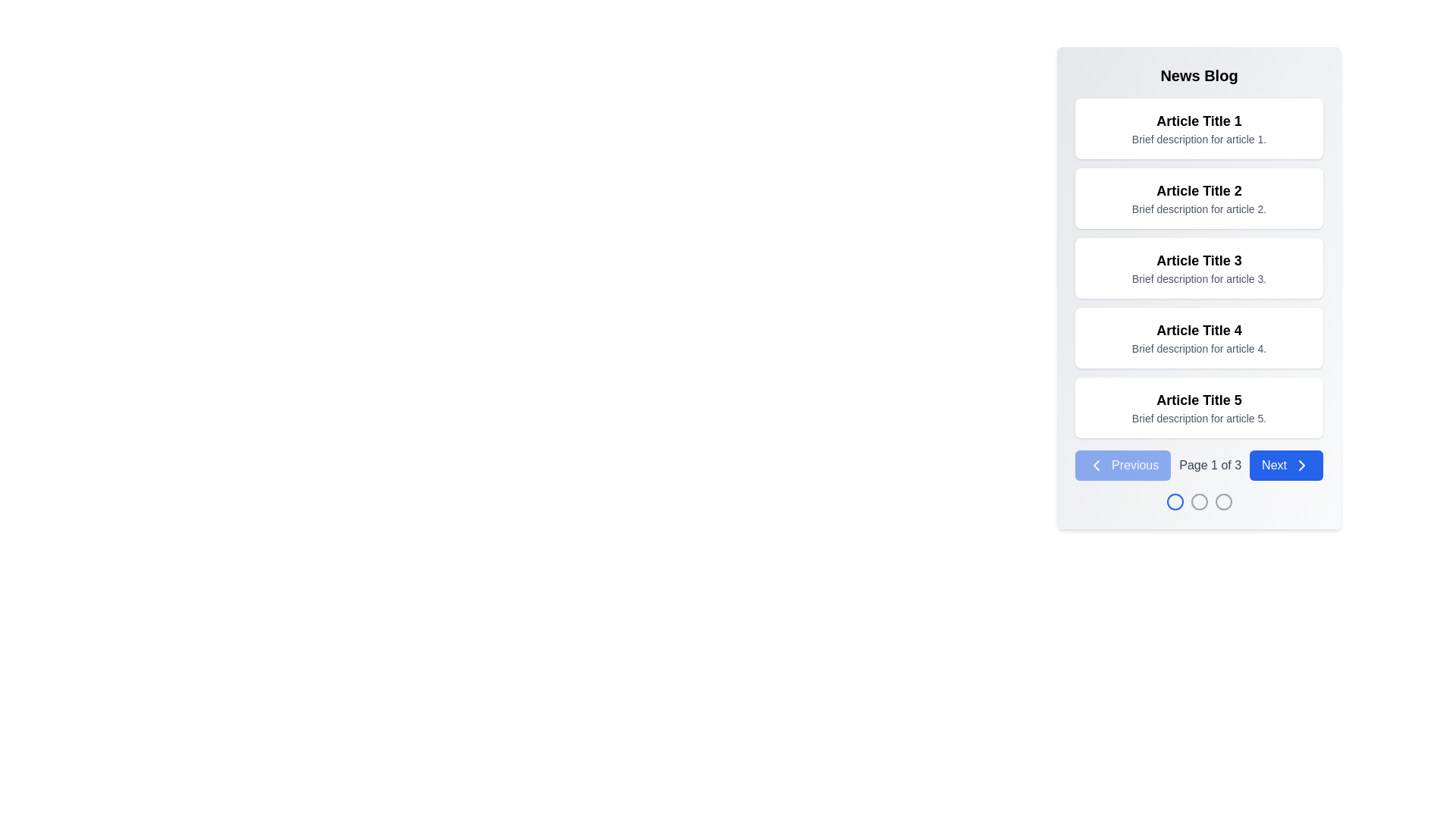  Describe the element at coordinates (1198, 268) in the screenshot. I see `the center of the third Content card in the vertically-stacked list` at that location.